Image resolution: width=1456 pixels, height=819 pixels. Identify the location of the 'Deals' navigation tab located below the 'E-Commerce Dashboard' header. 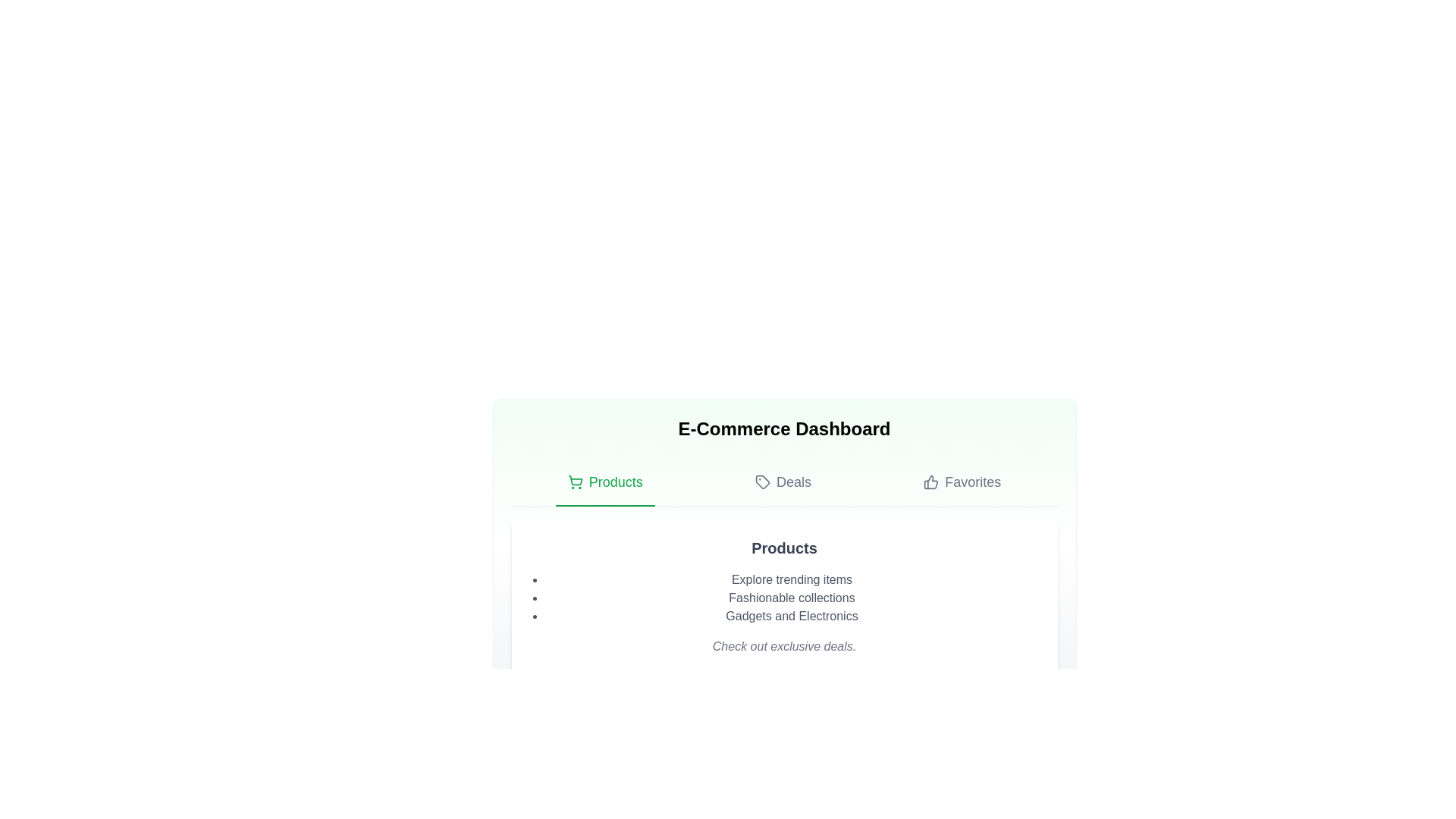
(783, 482).